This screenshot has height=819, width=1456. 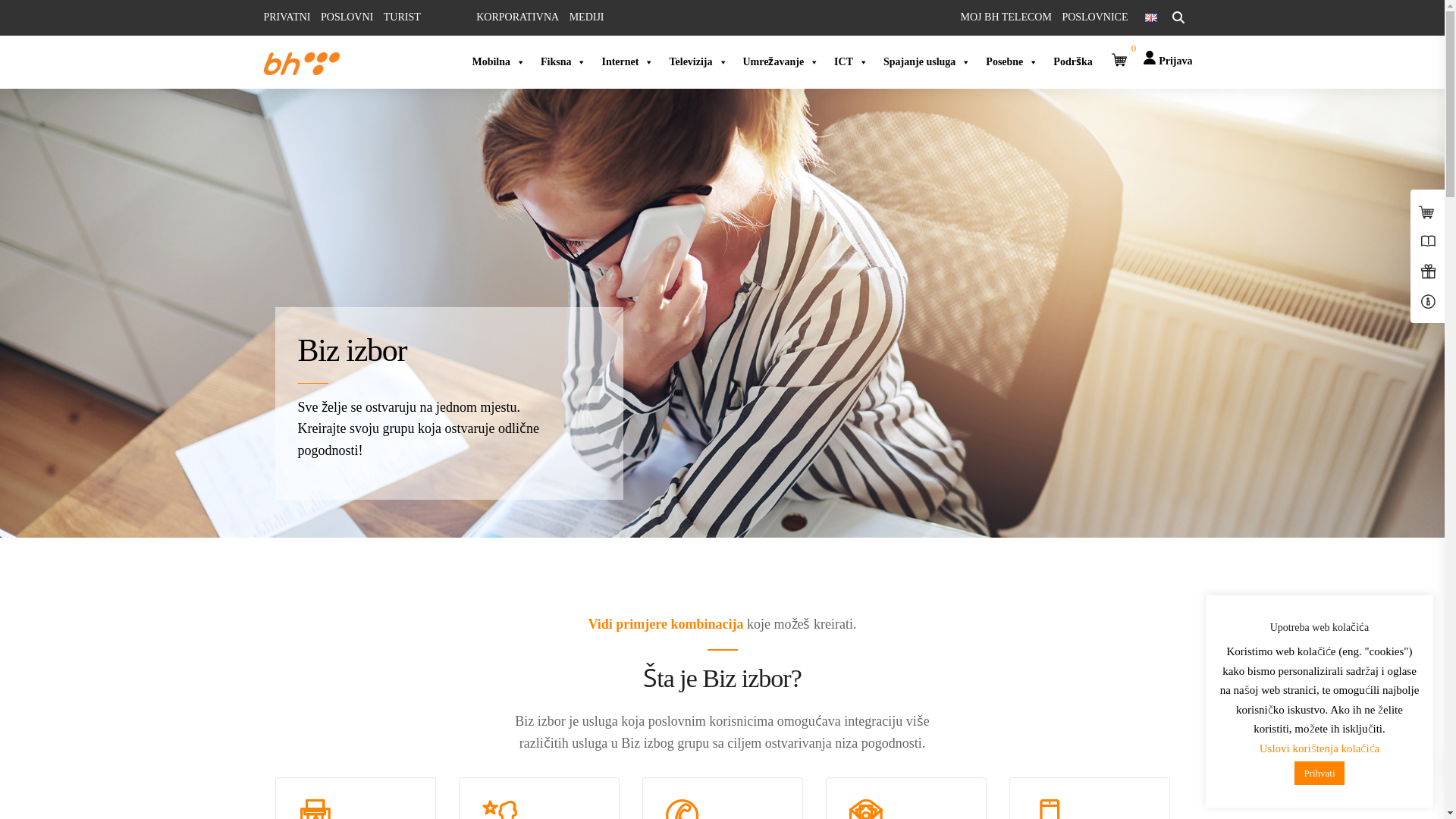 I want to click on 'Prijava', so click(x=1167, y=60).